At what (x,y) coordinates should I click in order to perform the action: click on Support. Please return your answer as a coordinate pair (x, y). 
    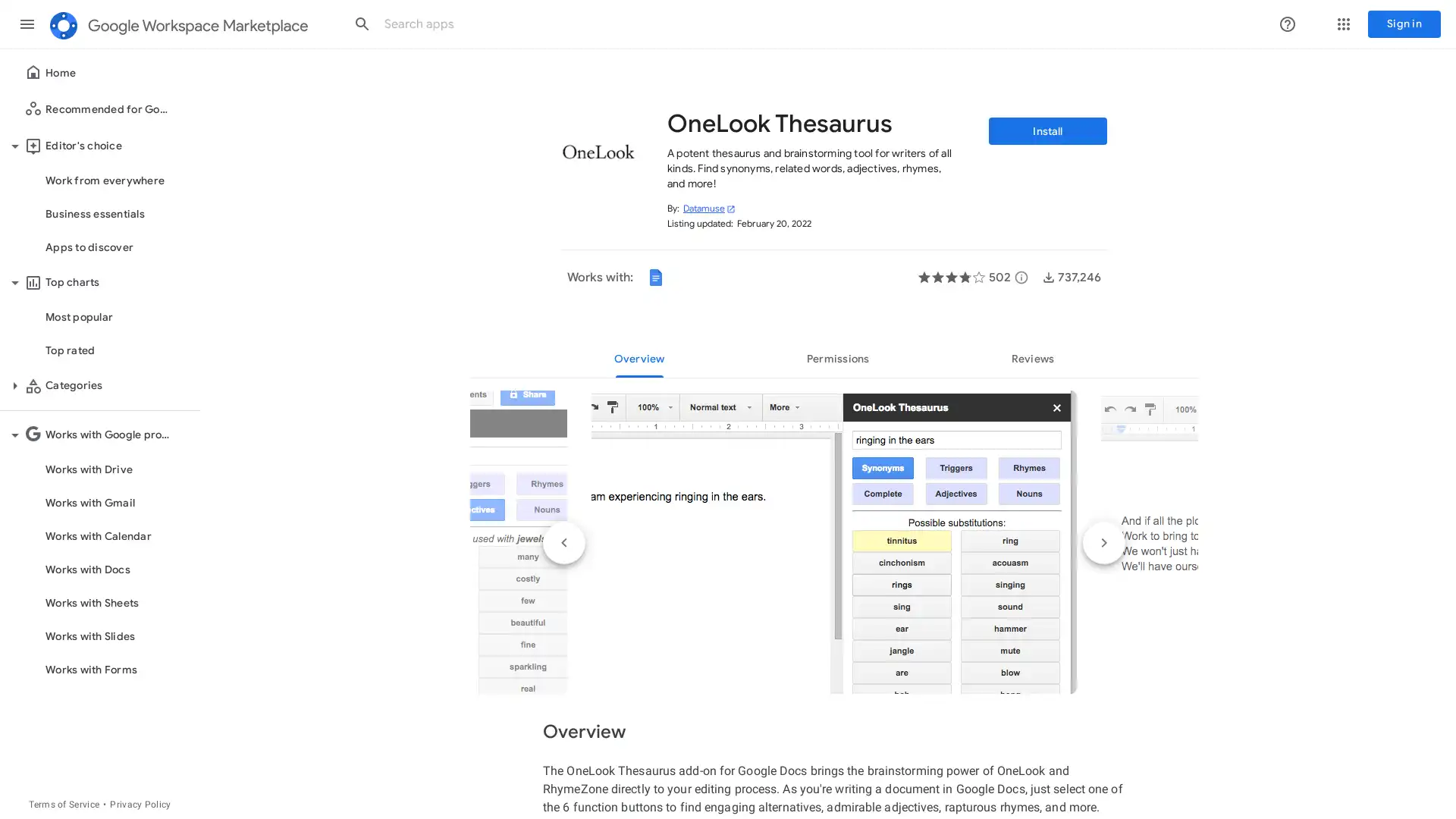
    Looking at the image, I should click on (1287, 24).